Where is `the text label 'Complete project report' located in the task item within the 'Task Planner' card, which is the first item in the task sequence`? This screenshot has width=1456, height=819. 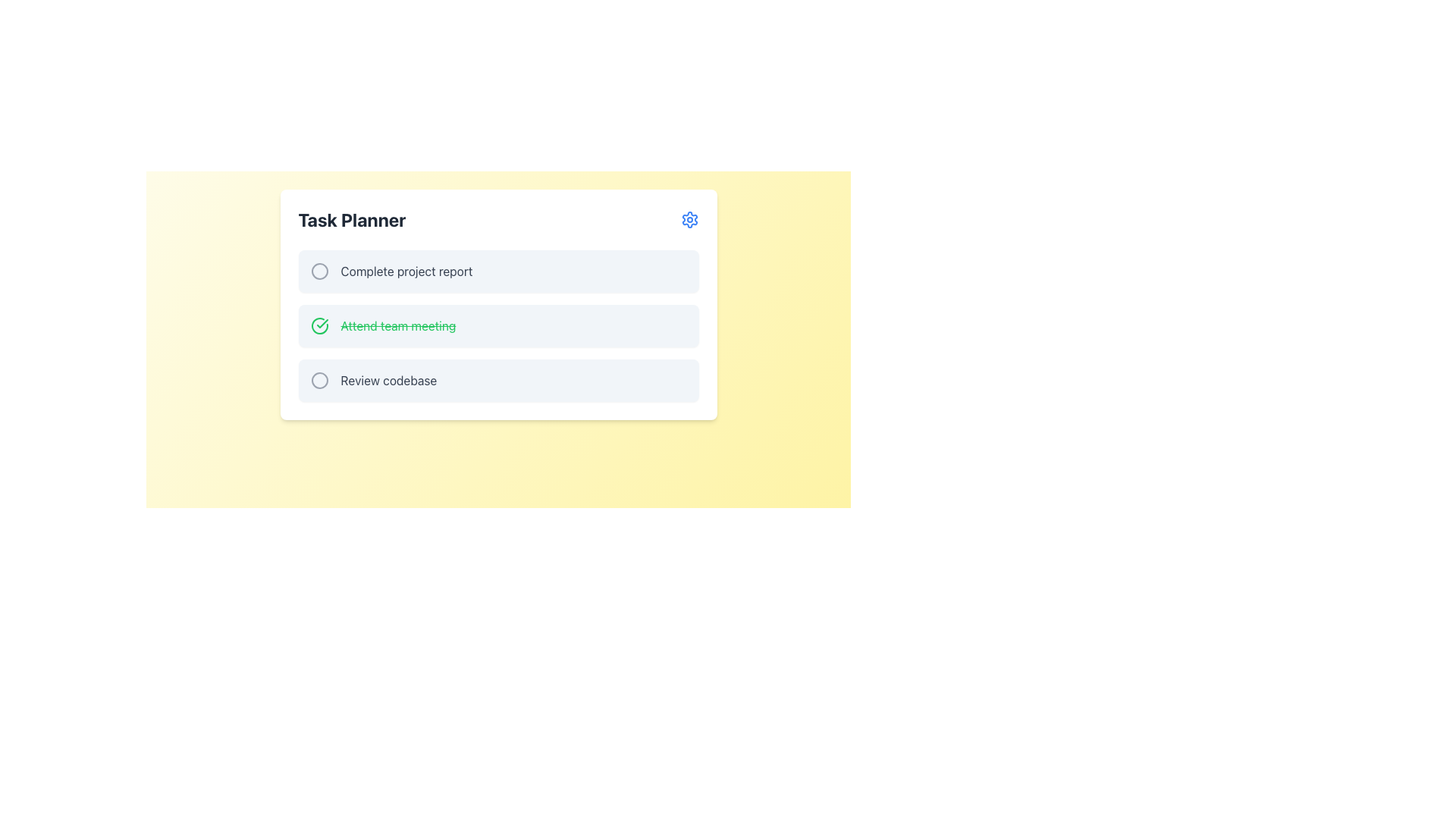
the text label 'Complete project report' located in the task item within the 'Task Planner' card, which is the first item in the task sequence is located at coordinates (391, 271).